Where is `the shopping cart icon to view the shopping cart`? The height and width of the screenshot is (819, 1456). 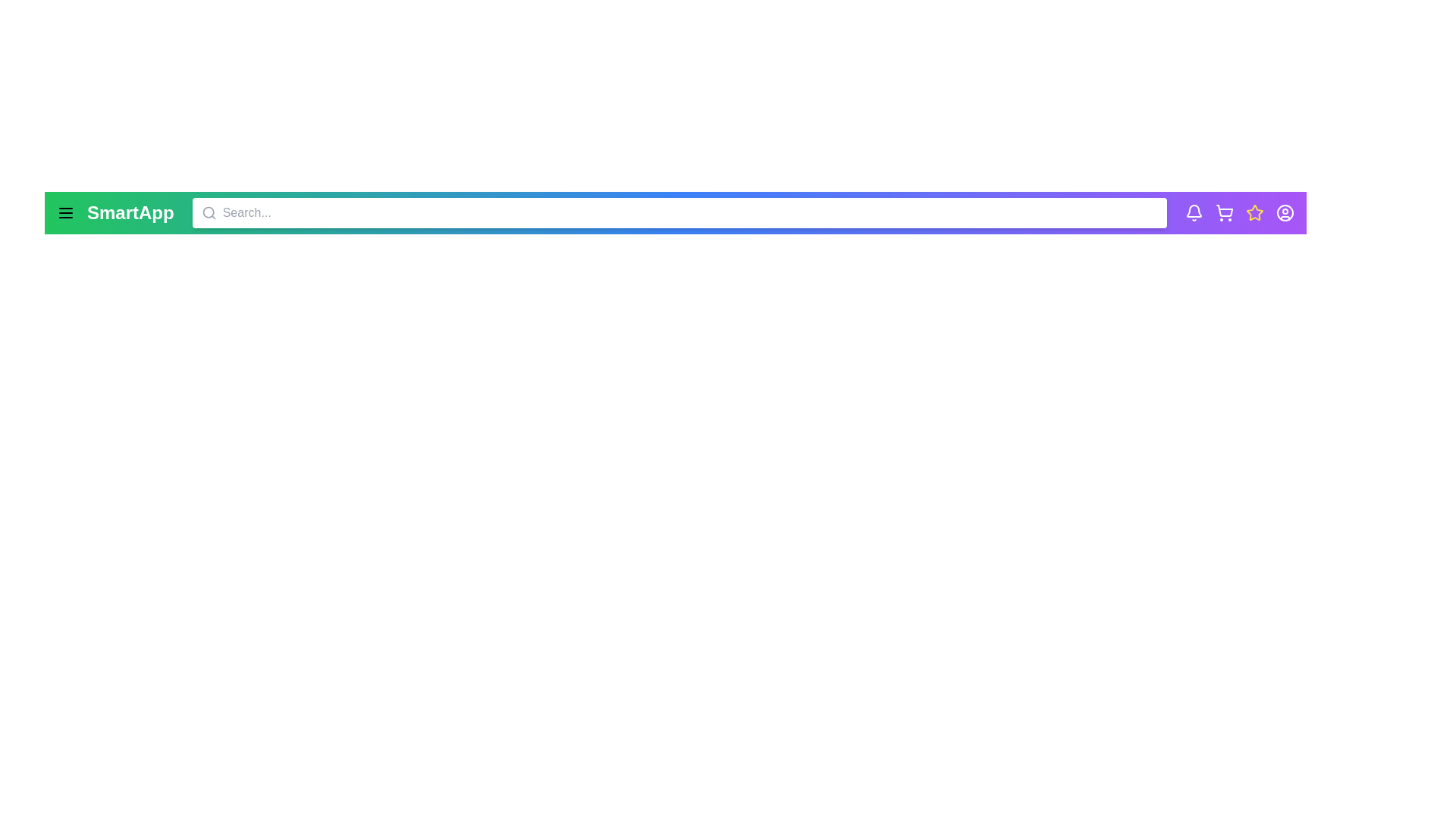
the shopping cart icon to view the shopping cart is located at coordinates (1224, 213).